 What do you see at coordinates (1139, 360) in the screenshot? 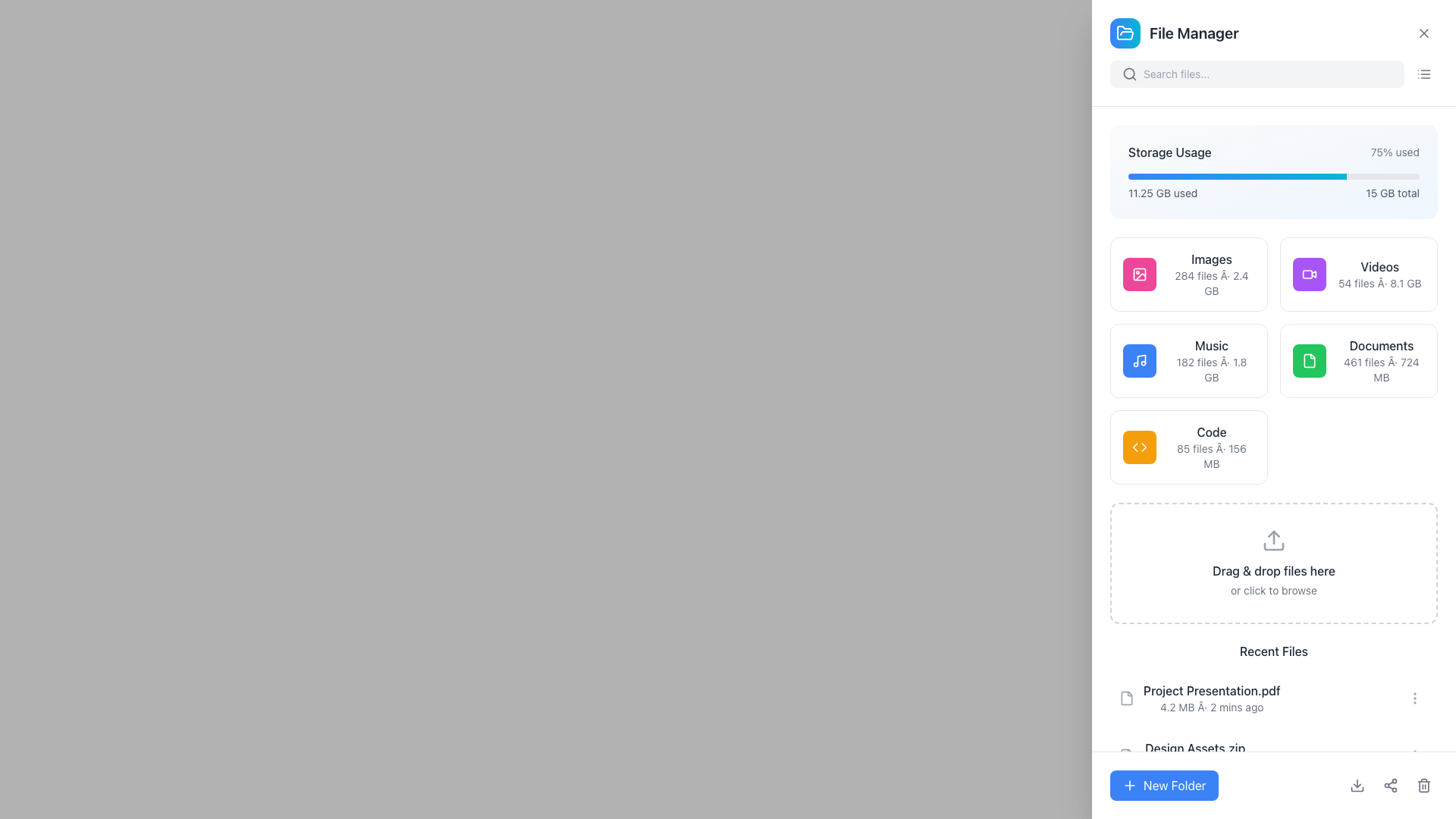
I see `the music icon, which is a square with a rounded border and a blue background featuring a white music note in the center, located in the 'Music' section under 'Storage Usage'` at bounding box center [1139, 360].